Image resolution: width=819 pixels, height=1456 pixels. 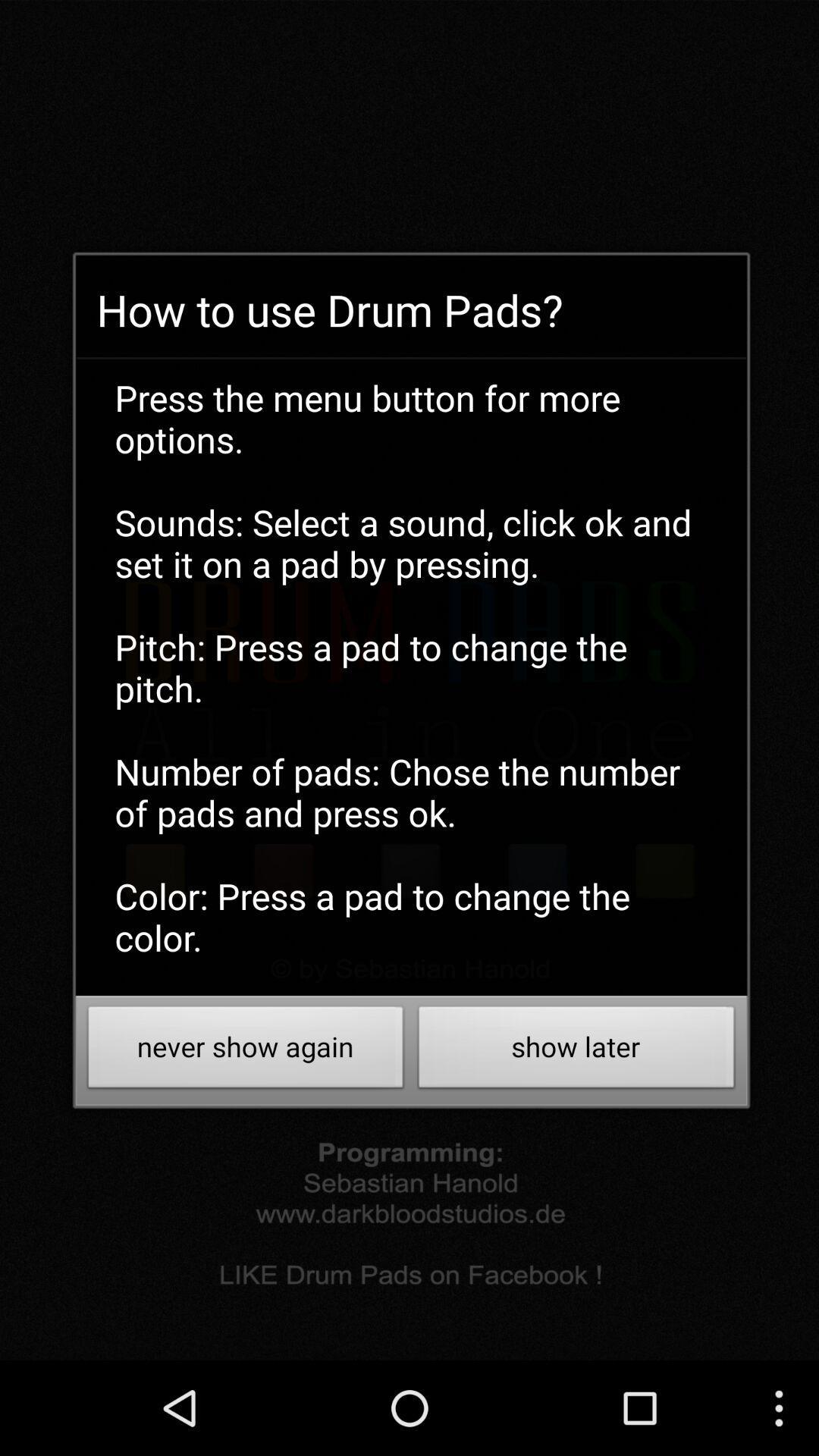 I want to click on item next to the show later button, so click(x=245, y=1050).